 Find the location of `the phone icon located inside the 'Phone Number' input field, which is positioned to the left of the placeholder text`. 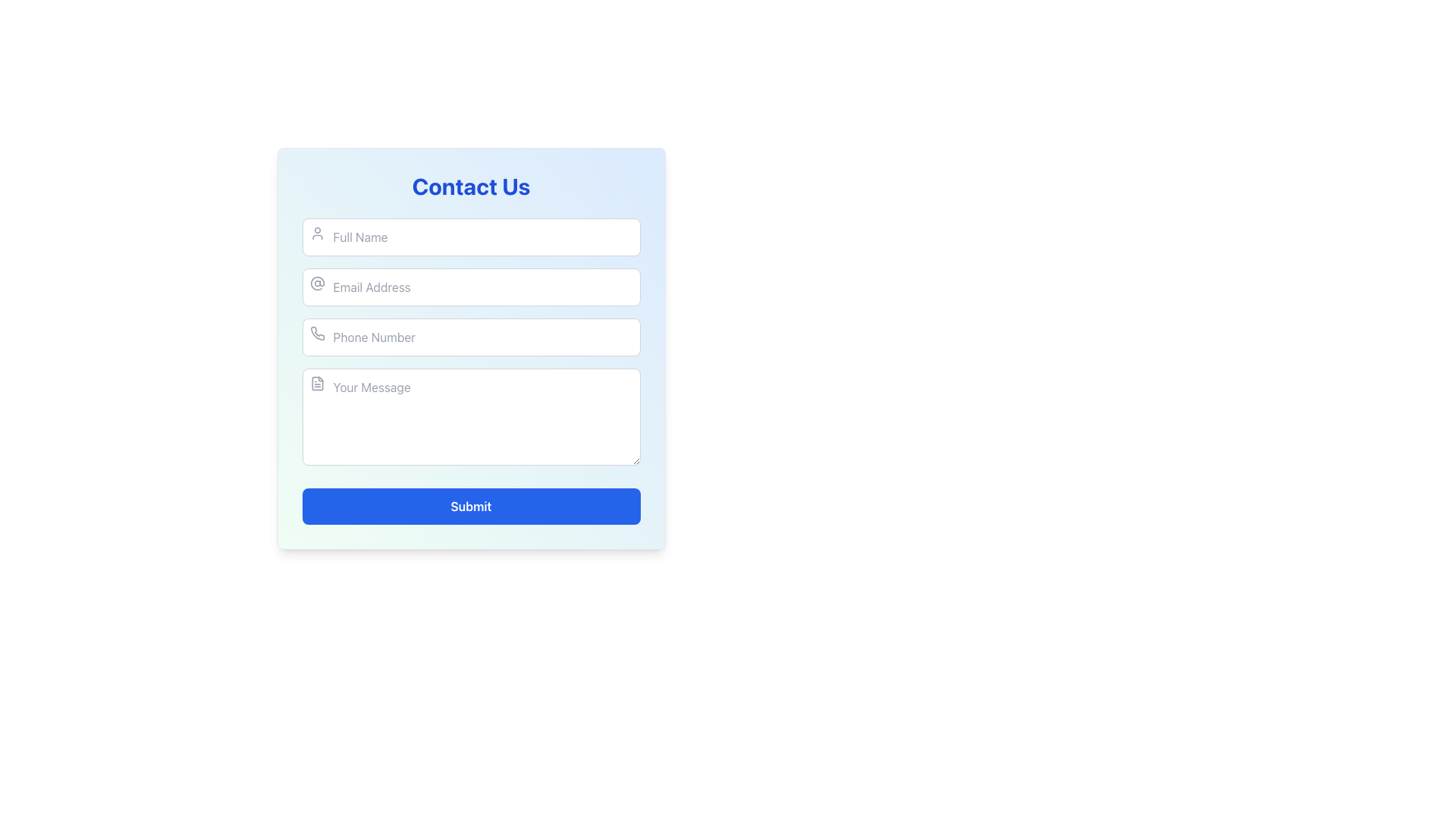

the phone icon located inside the 'Phone Number' input field, which is positioned to the left of the placeholder text is located at coordinates (316, 332).